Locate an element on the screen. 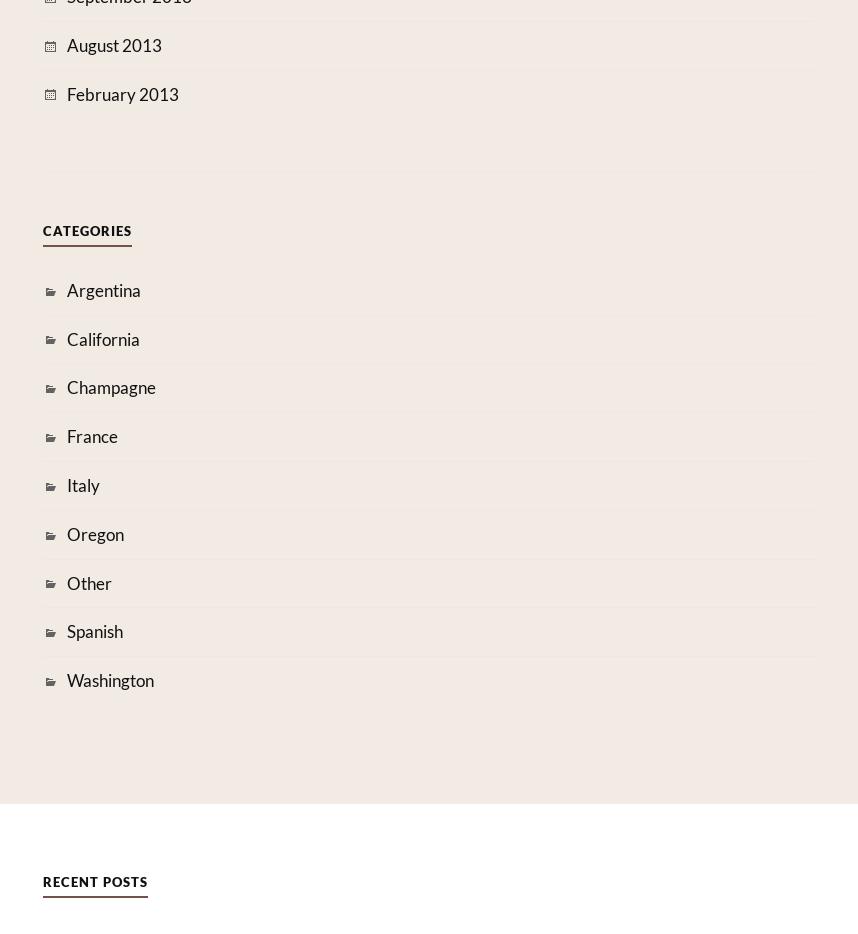 The image size is (858, 934). 'Champagne' is located at coordinates (64, 386).